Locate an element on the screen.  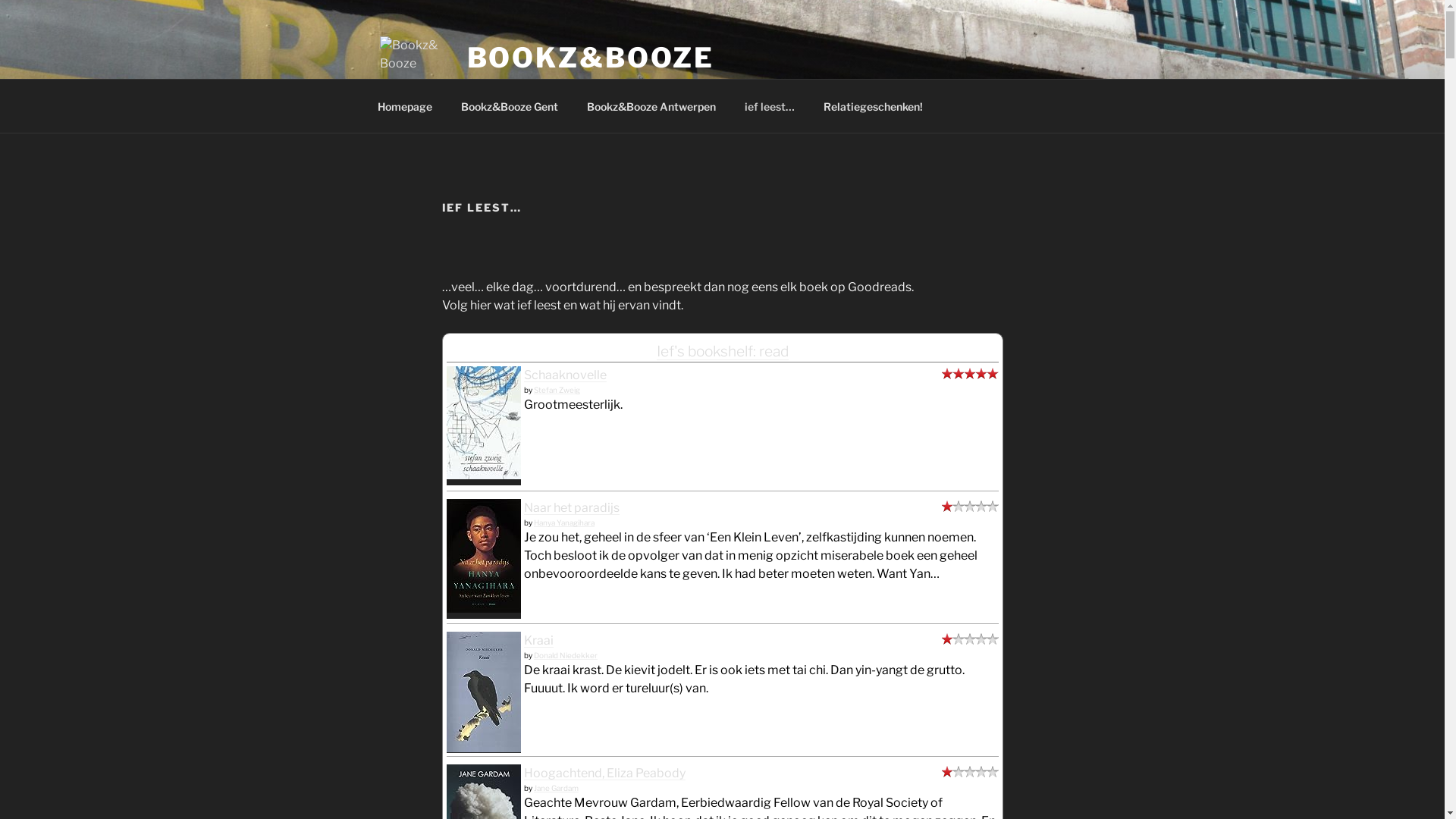
'BOOKZ&BOOZE' is located at coordinates (590, 57).